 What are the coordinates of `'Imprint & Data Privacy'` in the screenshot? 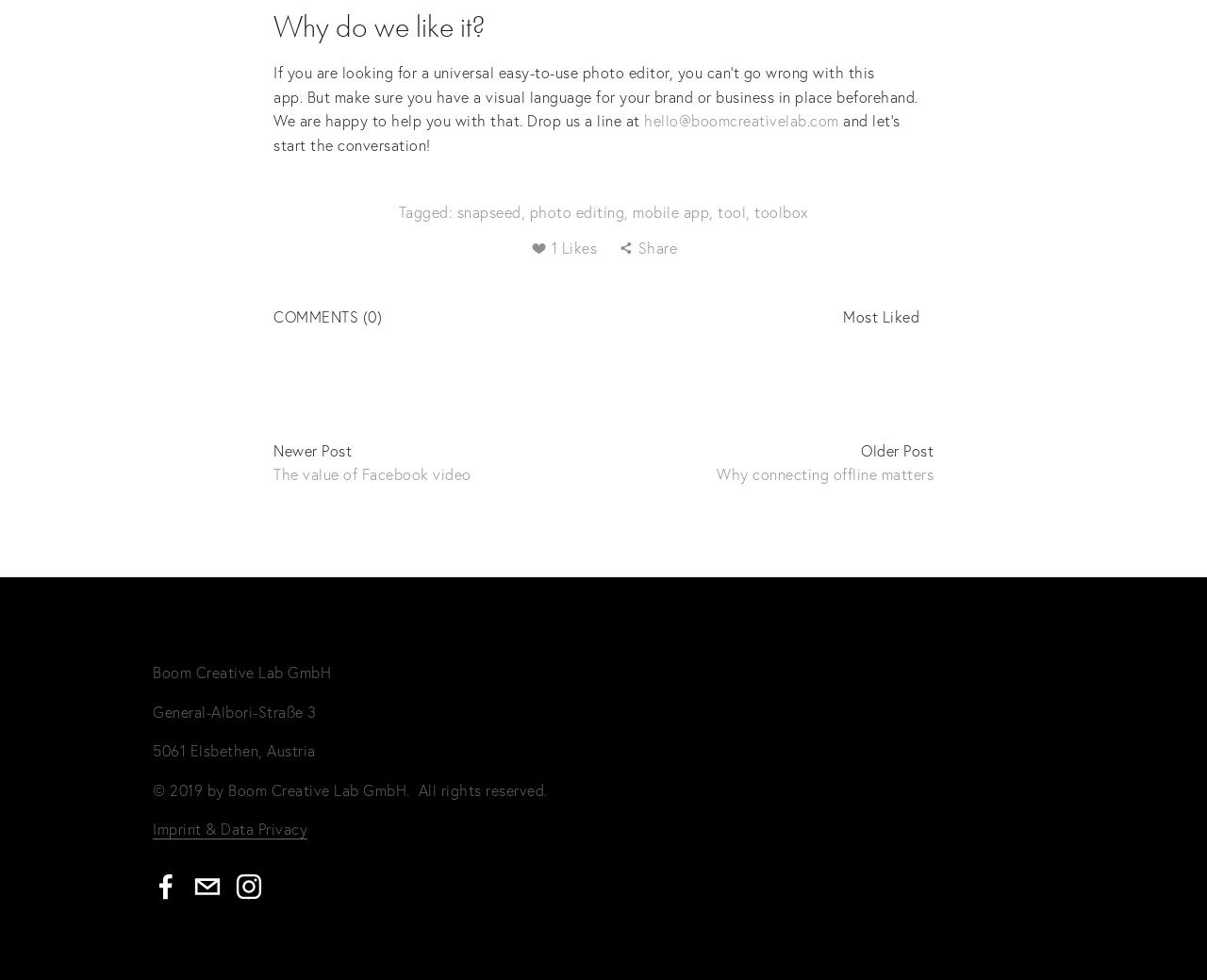 It's located at (228, 828).